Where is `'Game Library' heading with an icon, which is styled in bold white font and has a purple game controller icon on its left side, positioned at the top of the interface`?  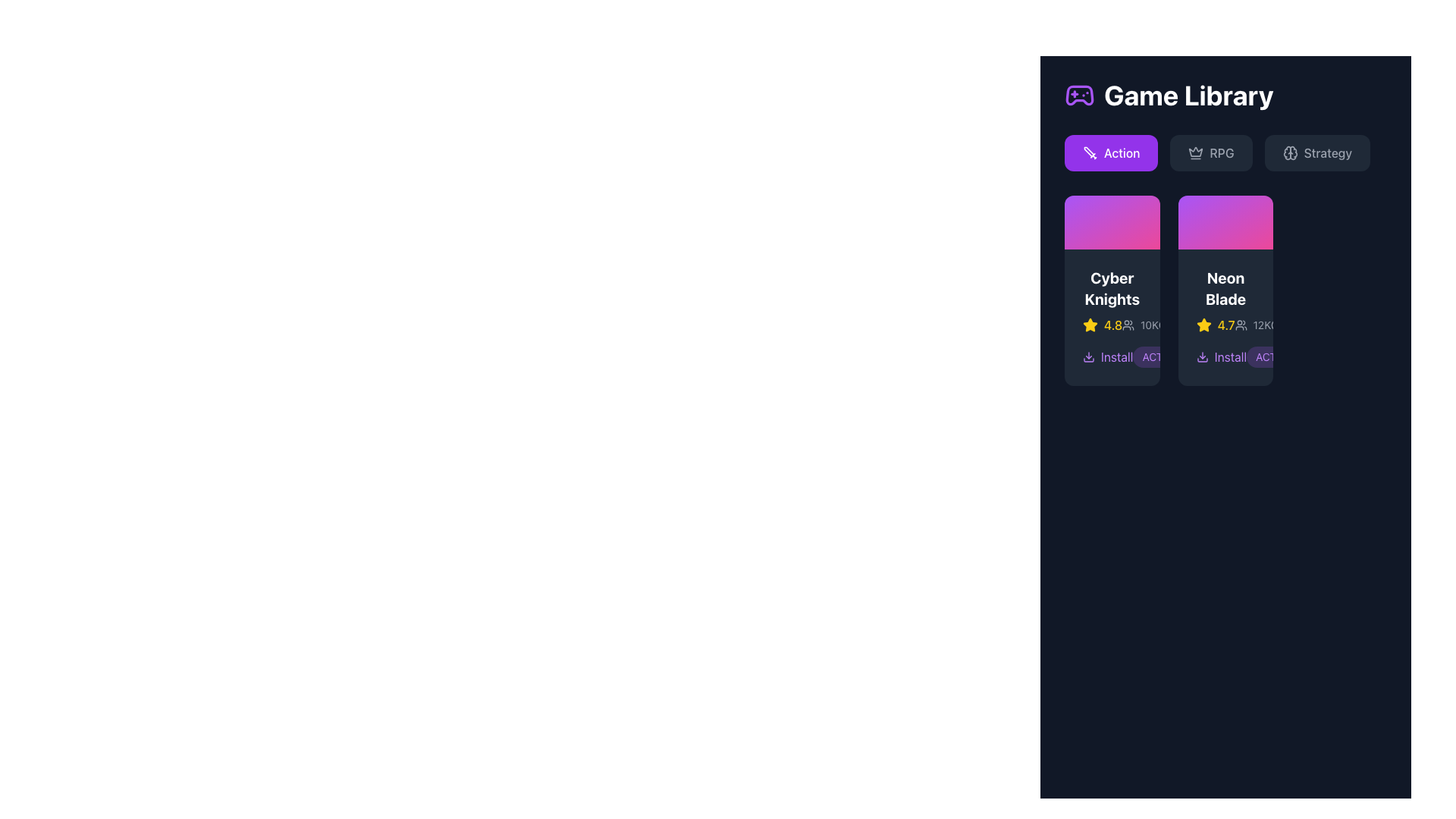 'Game Library' heading with an icon, which is styled in bold white font and has a purple game controller icon on its left side, positioned at the top of the interface is located at coordinates (1225, 96).